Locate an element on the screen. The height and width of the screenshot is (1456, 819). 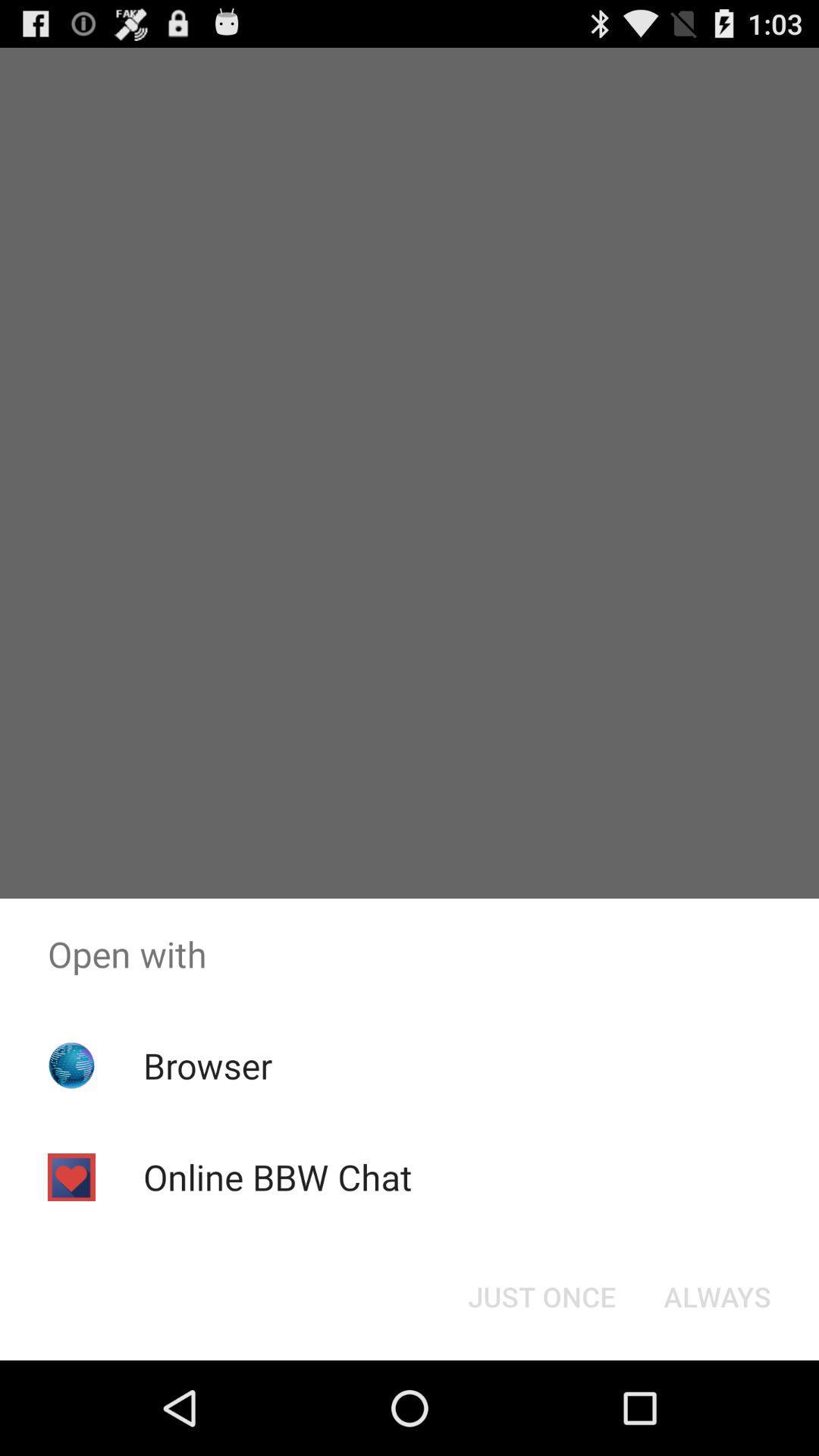
the item to the right of the just once is located at coordinates (717, 1295).